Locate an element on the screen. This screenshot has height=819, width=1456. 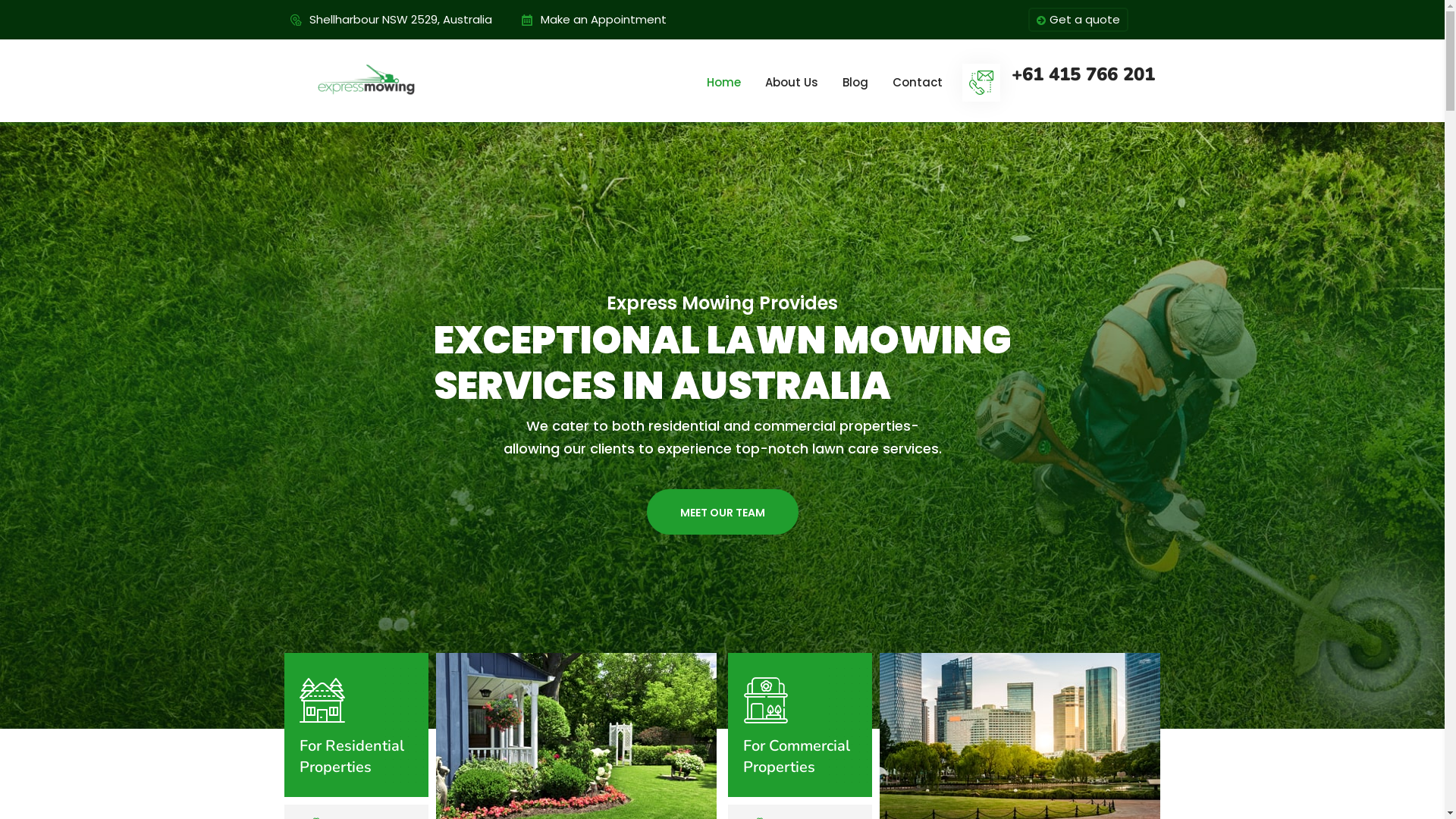
'+61 415 766 201' is located at coordinates (1012, 74).